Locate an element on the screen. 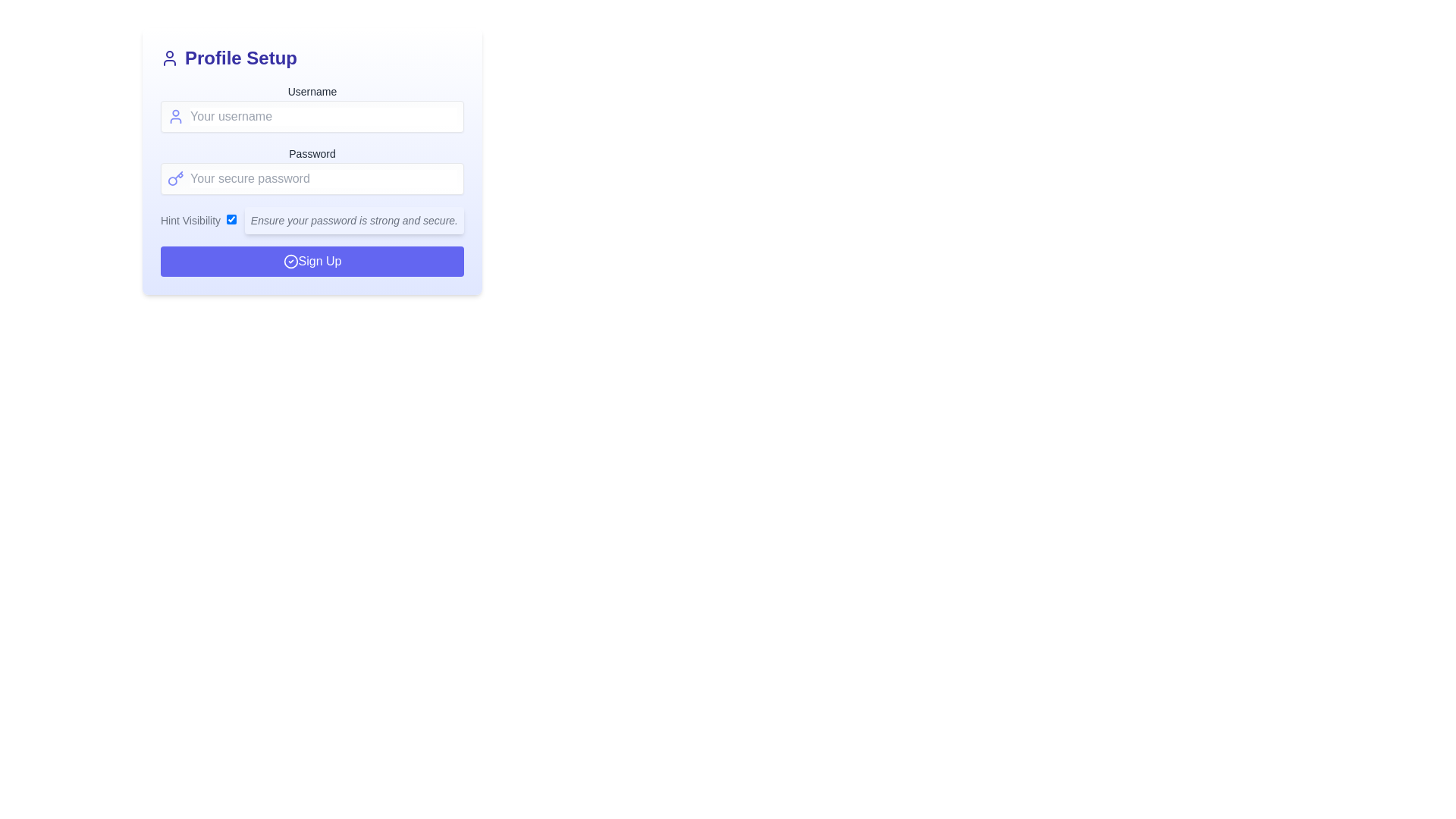 The width and height of the screenshot is (1456, 819). the label that provides context for the password input field, which is located at the top-center of the profile setup form, directly above the input field with the placeholder 'Your secure password' is located at coordinates (312, 154).